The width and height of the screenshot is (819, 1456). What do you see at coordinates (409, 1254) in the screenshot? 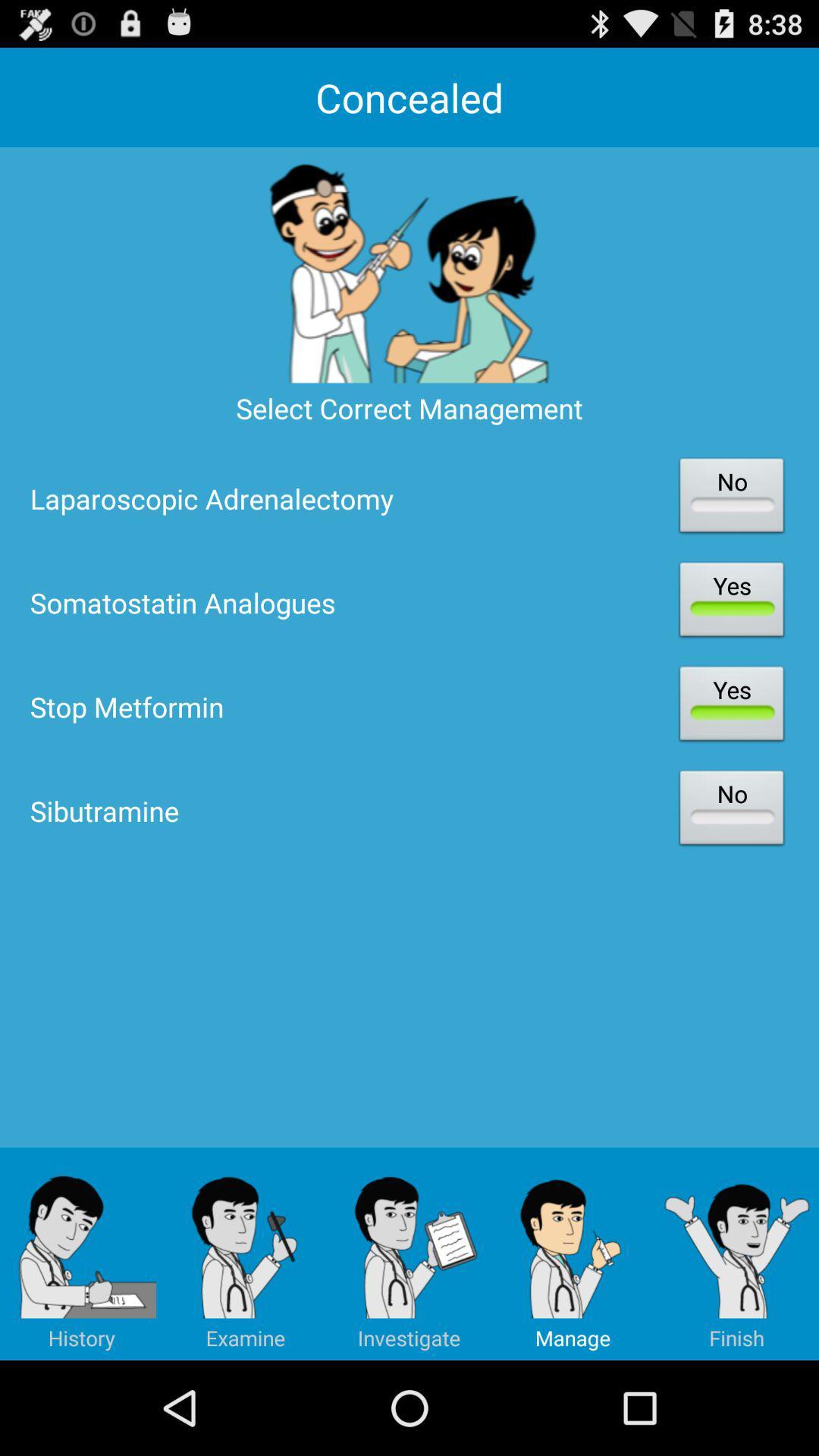
I see `icon at the bottom` at bounding box center [409, 1254].